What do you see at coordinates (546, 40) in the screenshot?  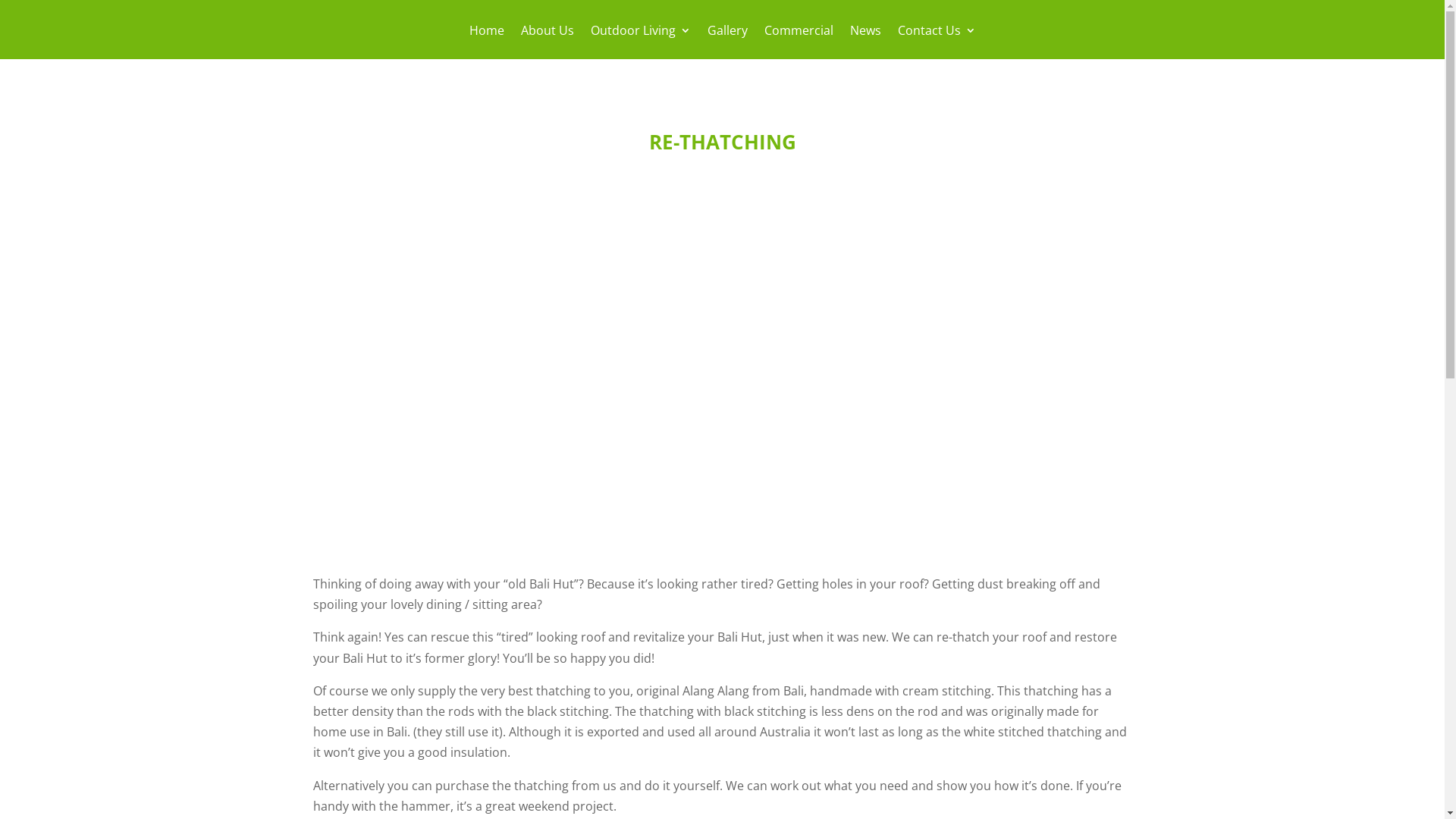 I see `'About Us'` at bounding box center [546, 40].